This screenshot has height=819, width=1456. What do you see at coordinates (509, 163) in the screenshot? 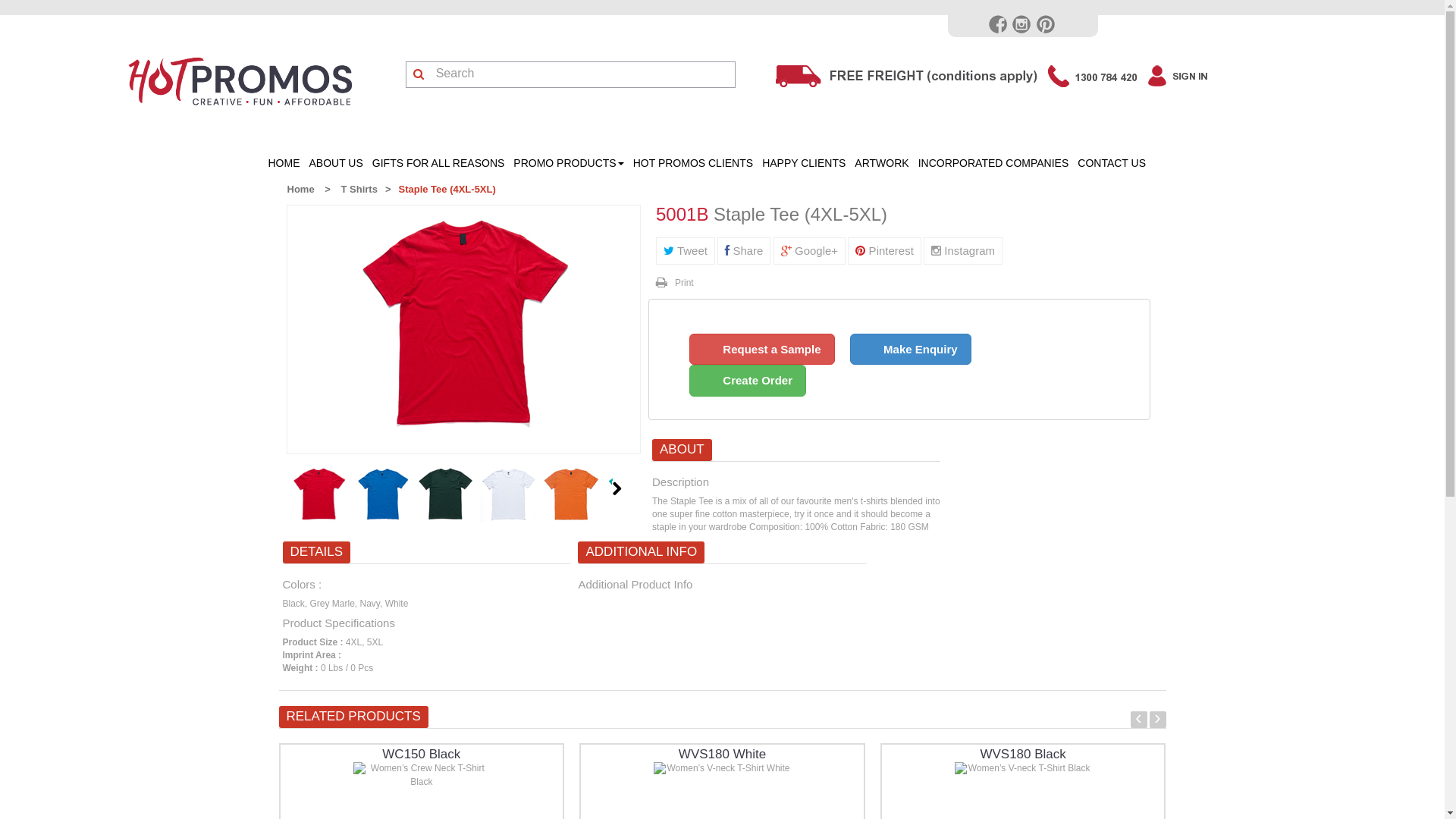
I see `'PROMO PRODUCTS'` at bounding box center [509, 163].